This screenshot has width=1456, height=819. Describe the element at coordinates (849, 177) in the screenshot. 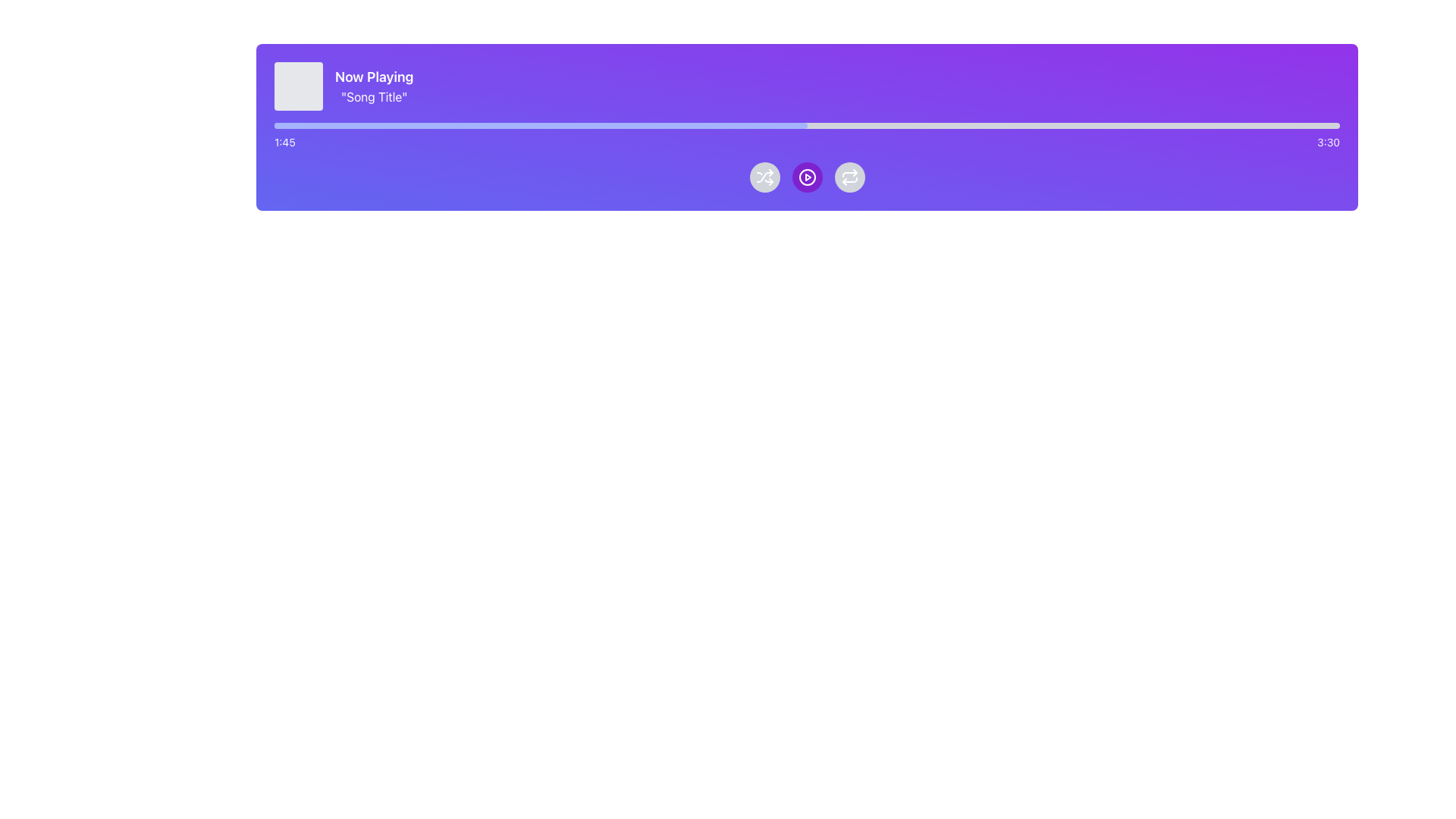

I see `the circular repeat button with a light gray background and a white double arrow icon` at that location.